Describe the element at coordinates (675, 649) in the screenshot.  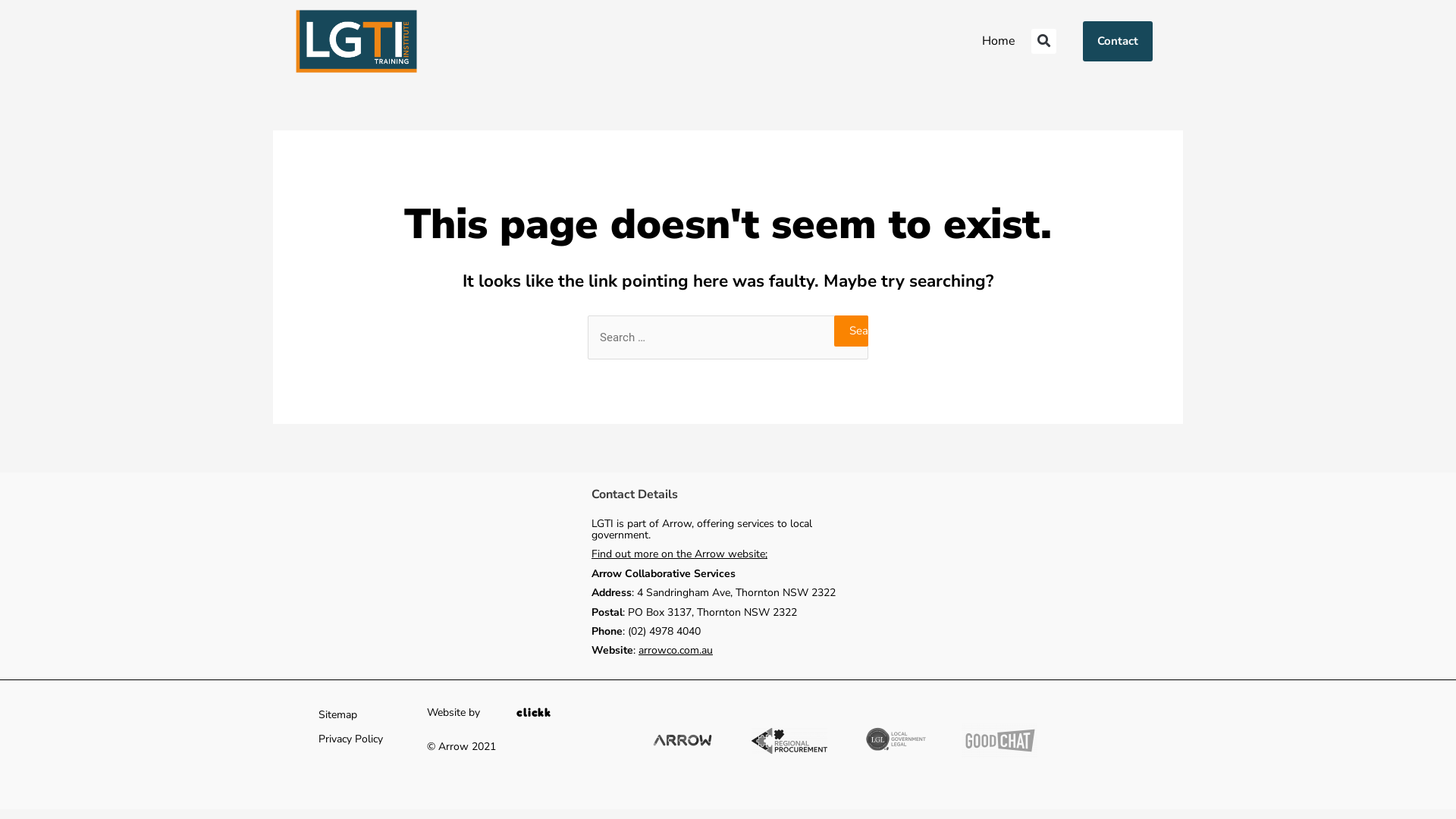
I see `'arrowco.com.au'` at that location.